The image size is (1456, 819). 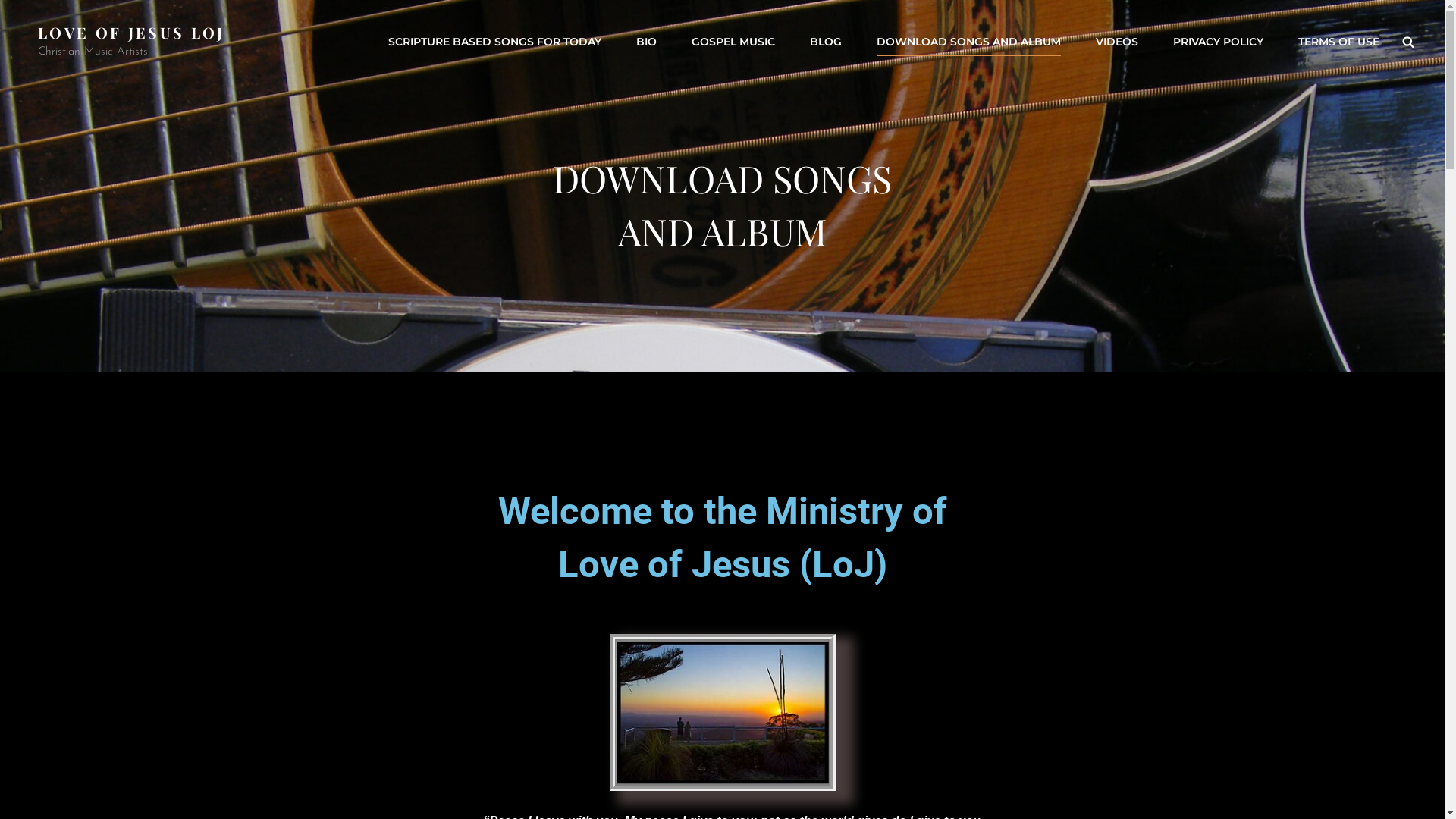 What do you see at coordinates (968, 40) in the screenshot?
I see `'DOWNLOAD SONGS AND ALBUM'` at bounding box center [968, 40].